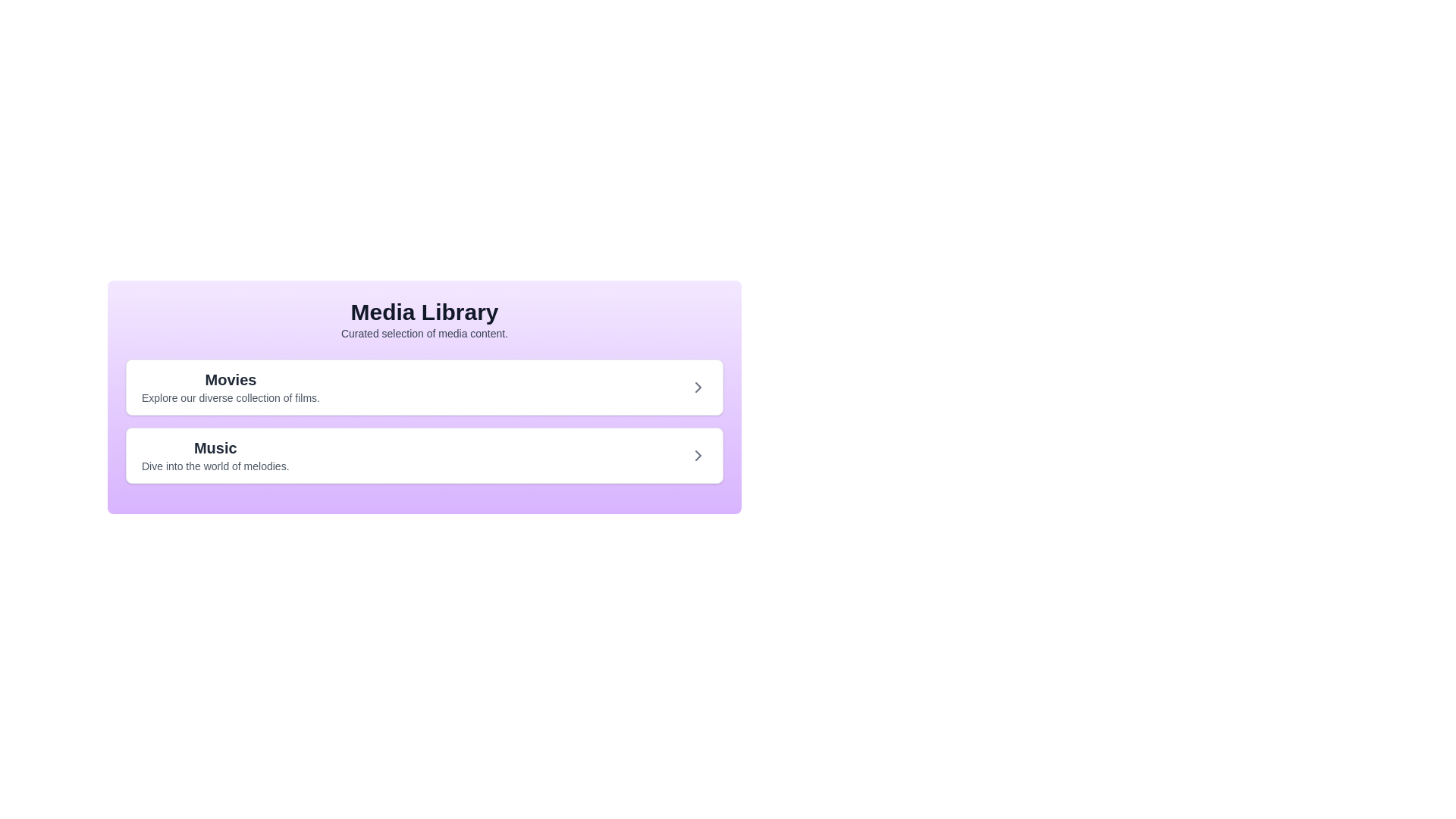 The image size is (1456, 819). Describe the element at coordinates (230, 379) in the screenshot. I see `the text label located at the top of a rectangular white section with a light purple background, which serves as the title indicating the primary content of the section` at that location.